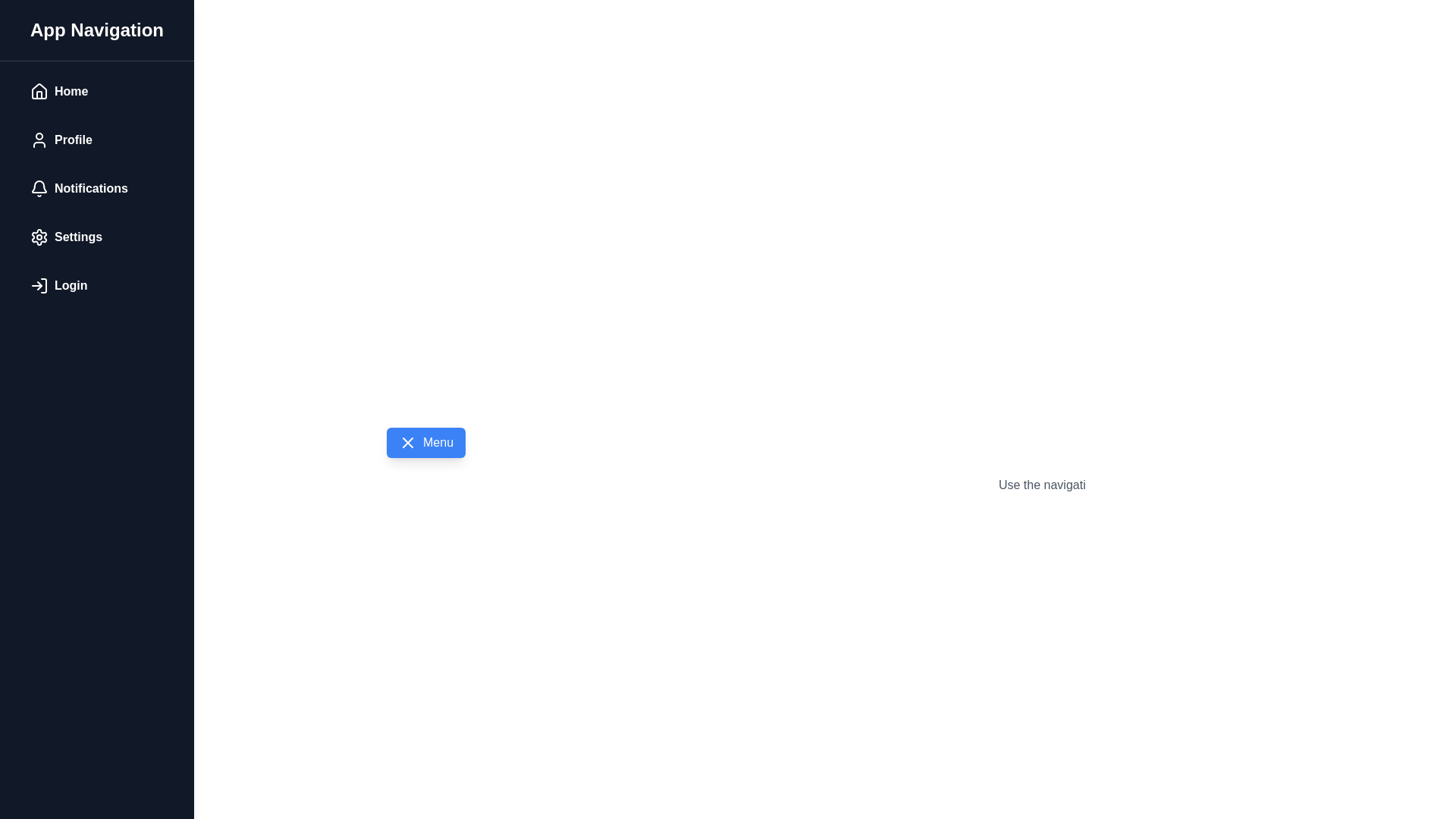  Describe the element at coordinates (96, 286) in the screenshot. I see `the 'Login' navigation button, which is the fifth item in the sidebar menu, to activate its hover effects` at that location.